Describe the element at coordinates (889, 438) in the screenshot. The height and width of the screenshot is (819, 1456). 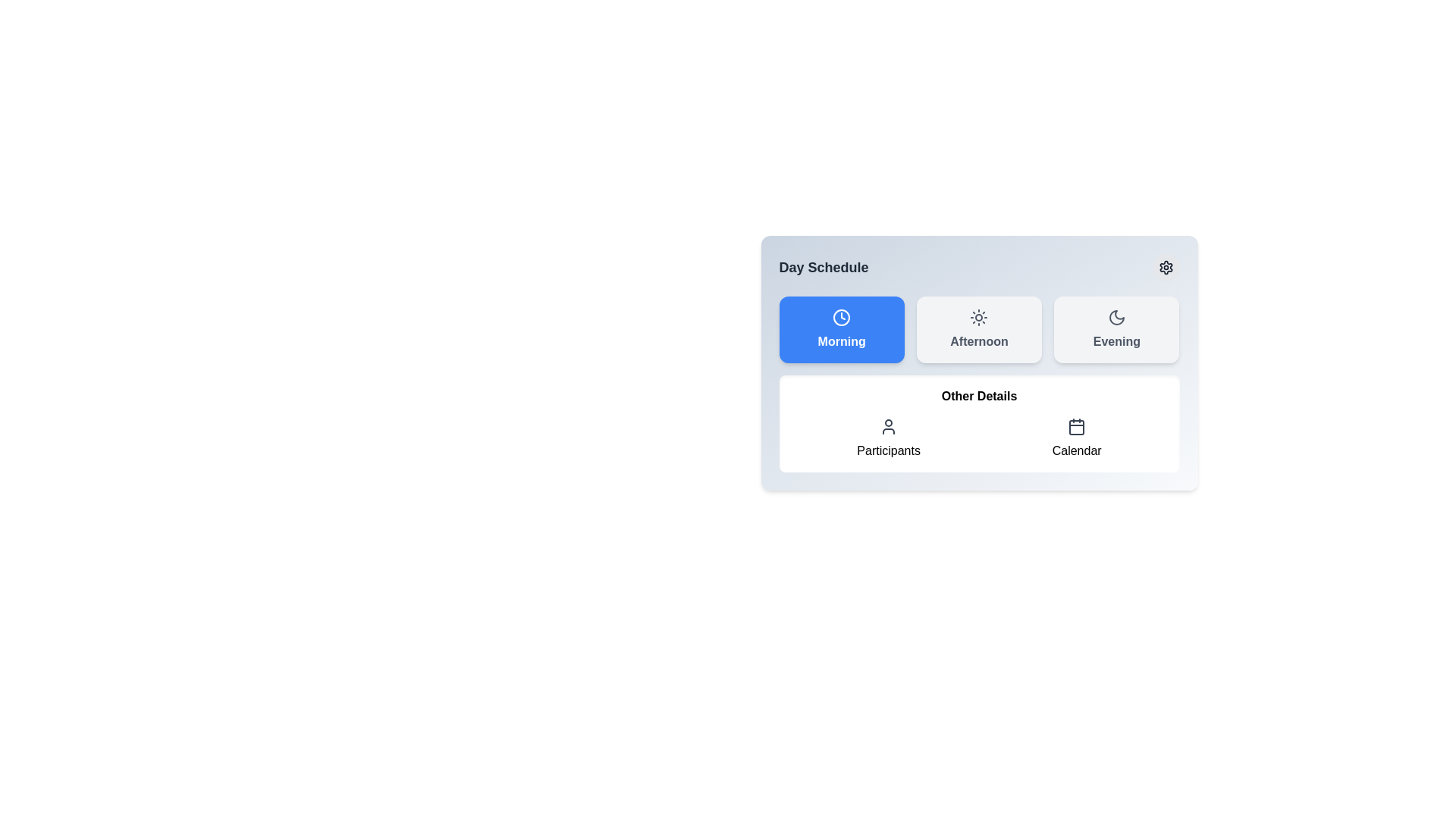
I see `the icon or text of the Combined UI element located in the 'Other Details' section` at that location.